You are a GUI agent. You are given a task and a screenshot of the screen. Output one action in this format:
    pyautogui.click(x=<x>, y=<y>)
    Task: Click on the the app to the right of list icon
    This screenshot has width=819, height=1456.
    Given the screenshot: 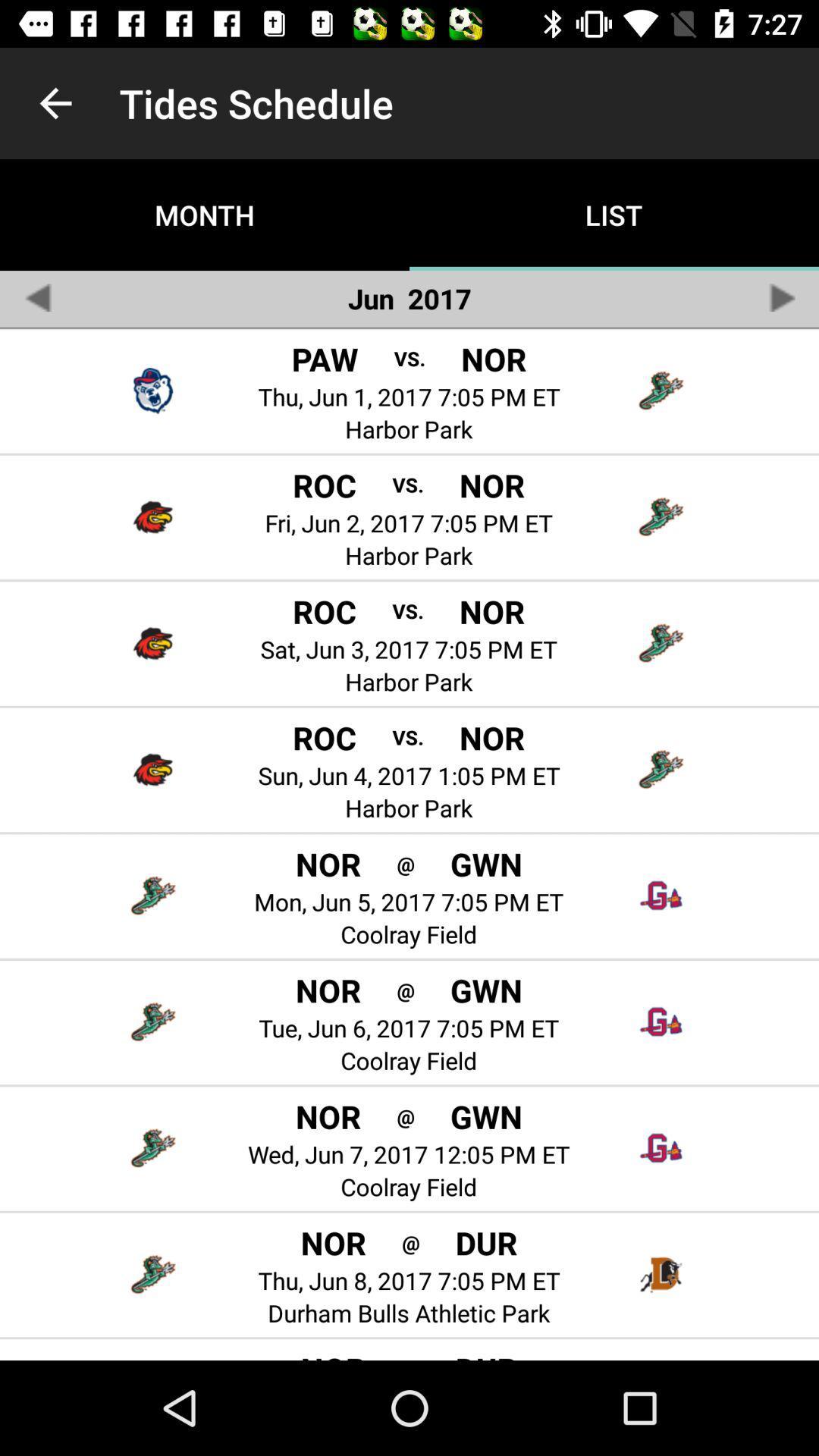 What is the action you would take?
    pyautogui.click(x=781, y=297)
    